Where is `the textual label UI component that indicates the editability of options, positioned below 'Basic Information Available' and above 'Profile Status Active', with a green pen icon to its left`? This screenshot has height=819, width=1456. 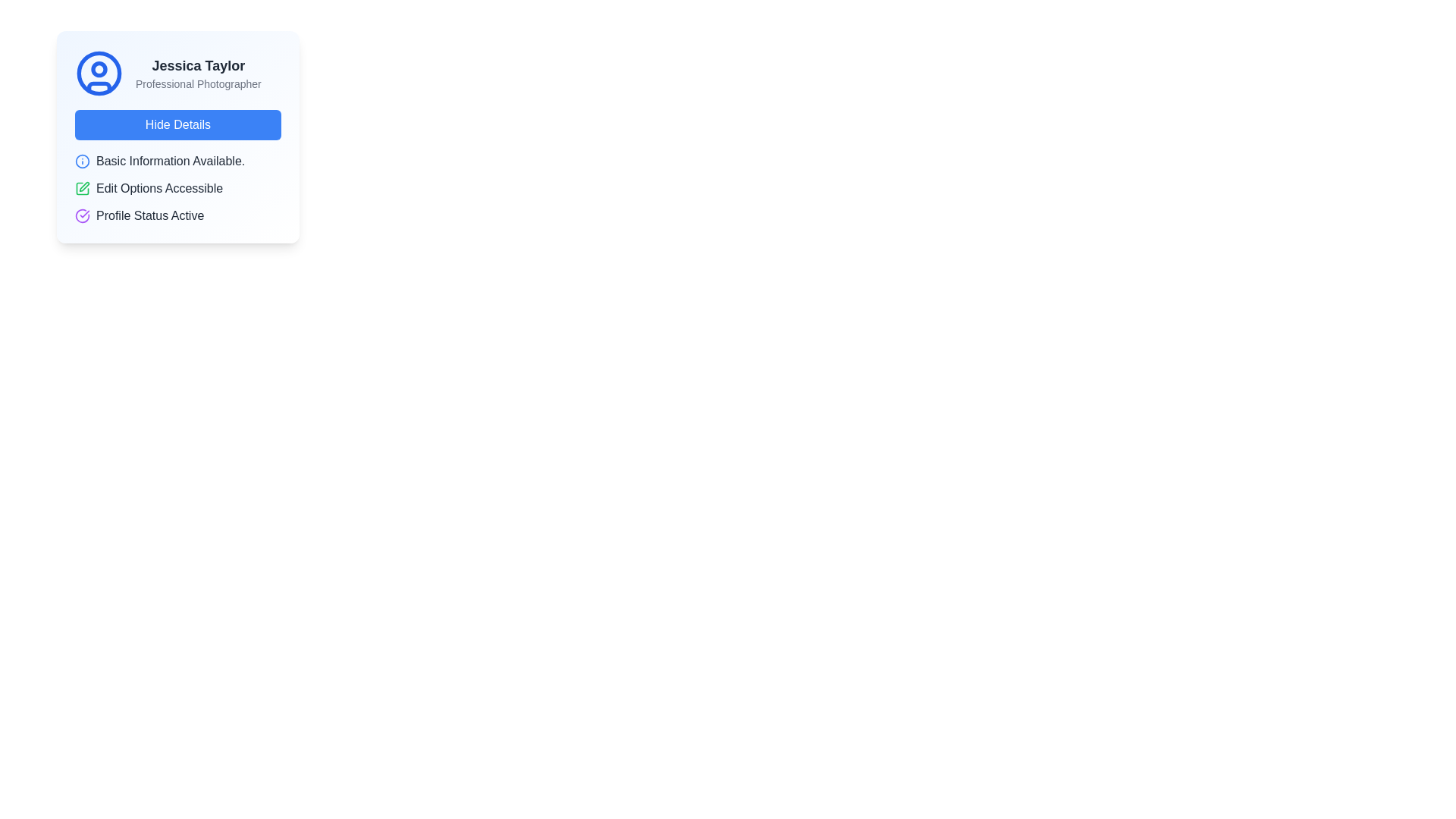
the textual label UI component that indicates the editability of options, positioned below 'Basic Information Available' and above 'Profile Status Active', with a green pen icon to its left is located at coordinates (159, 188).